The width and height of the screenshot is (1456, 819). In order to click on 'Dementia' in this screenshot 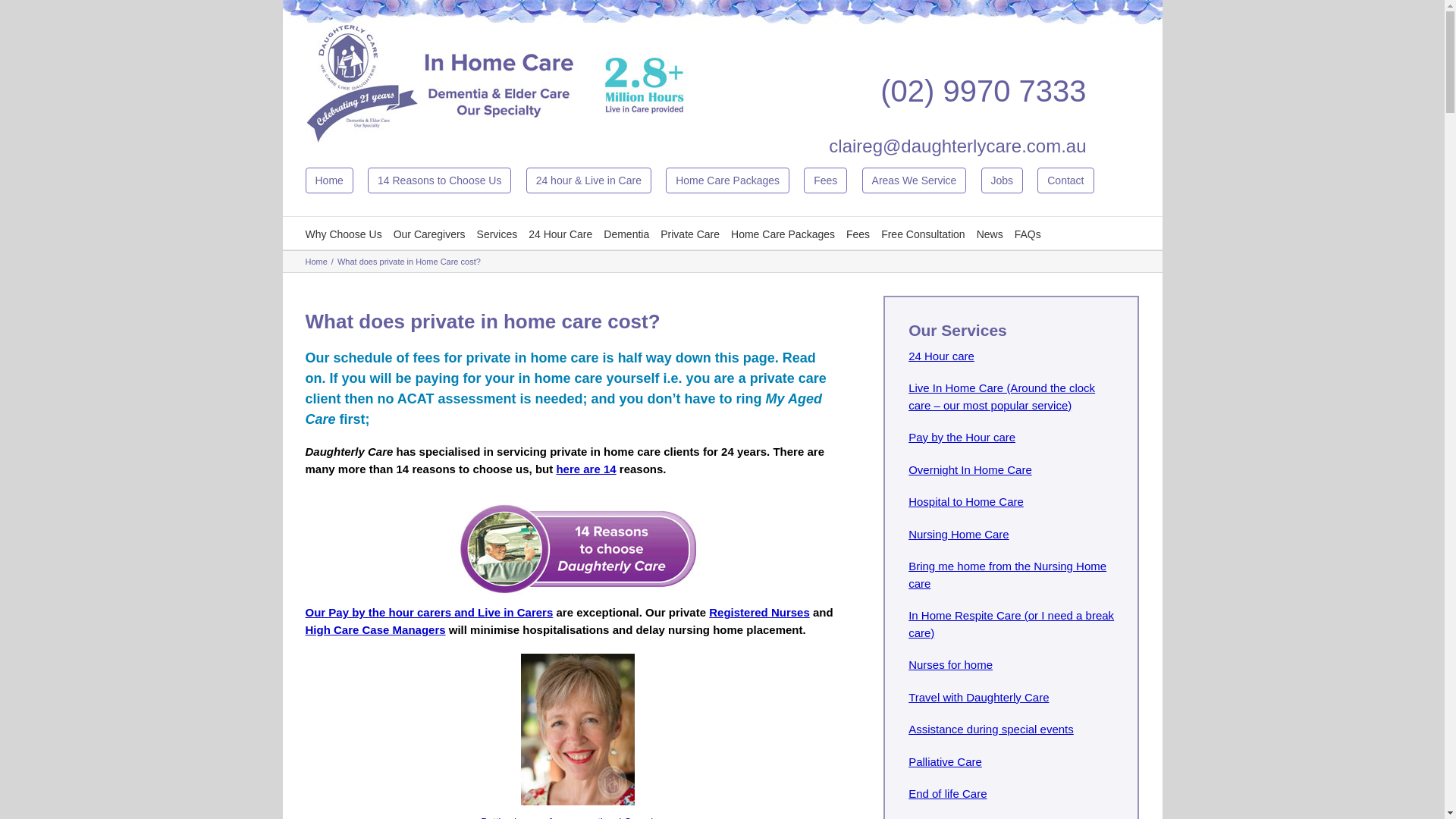, I will do `click(626, 233)`.